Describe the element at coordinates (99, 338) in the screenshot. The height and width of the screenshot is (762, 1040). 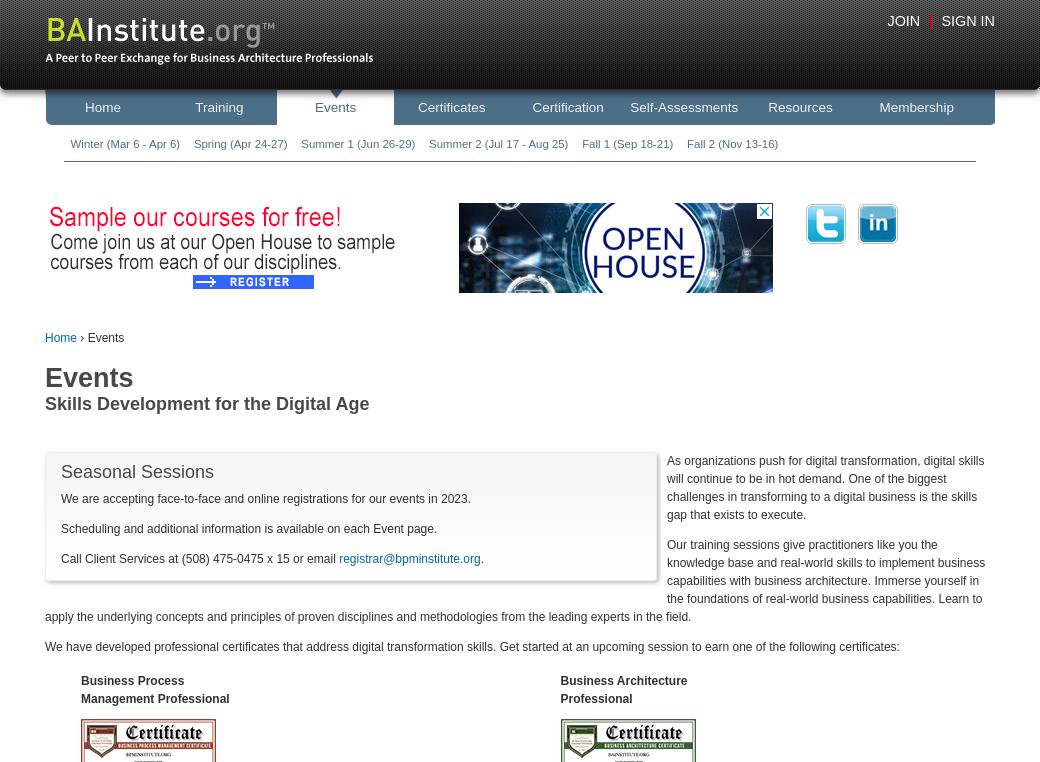
I see `'› Events'` at that location.